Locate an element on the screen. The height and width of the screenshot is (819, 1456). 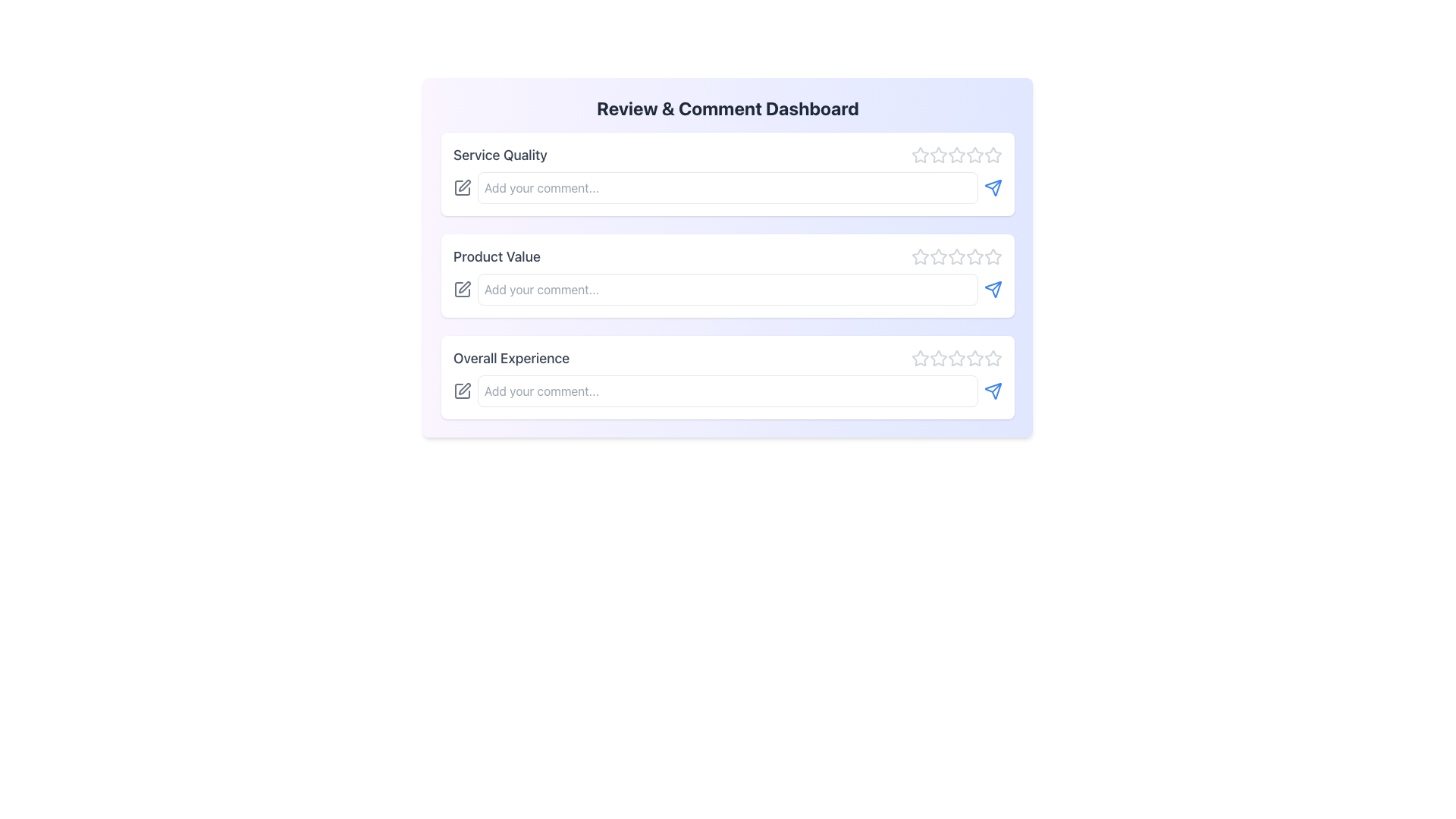
the third gray star icon in the Product Value section is located at coordinates (956, 256).